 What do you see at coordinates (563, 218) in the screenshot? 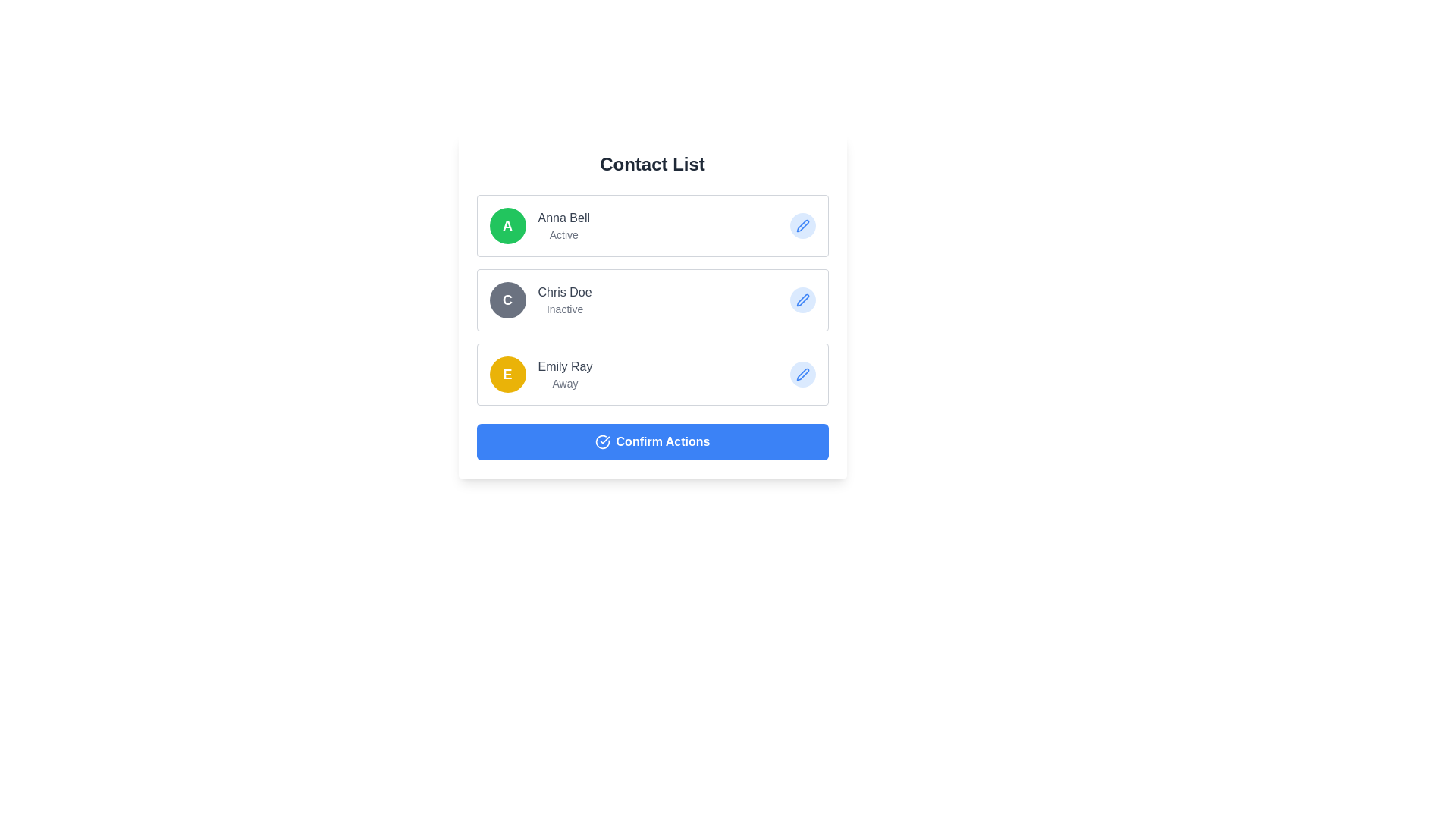
I see `the text label displaying 'Anna Bell', which is located to the right of the green circular avatar labeled 'A' in the contact detail section` at bounding box center [563, 218].